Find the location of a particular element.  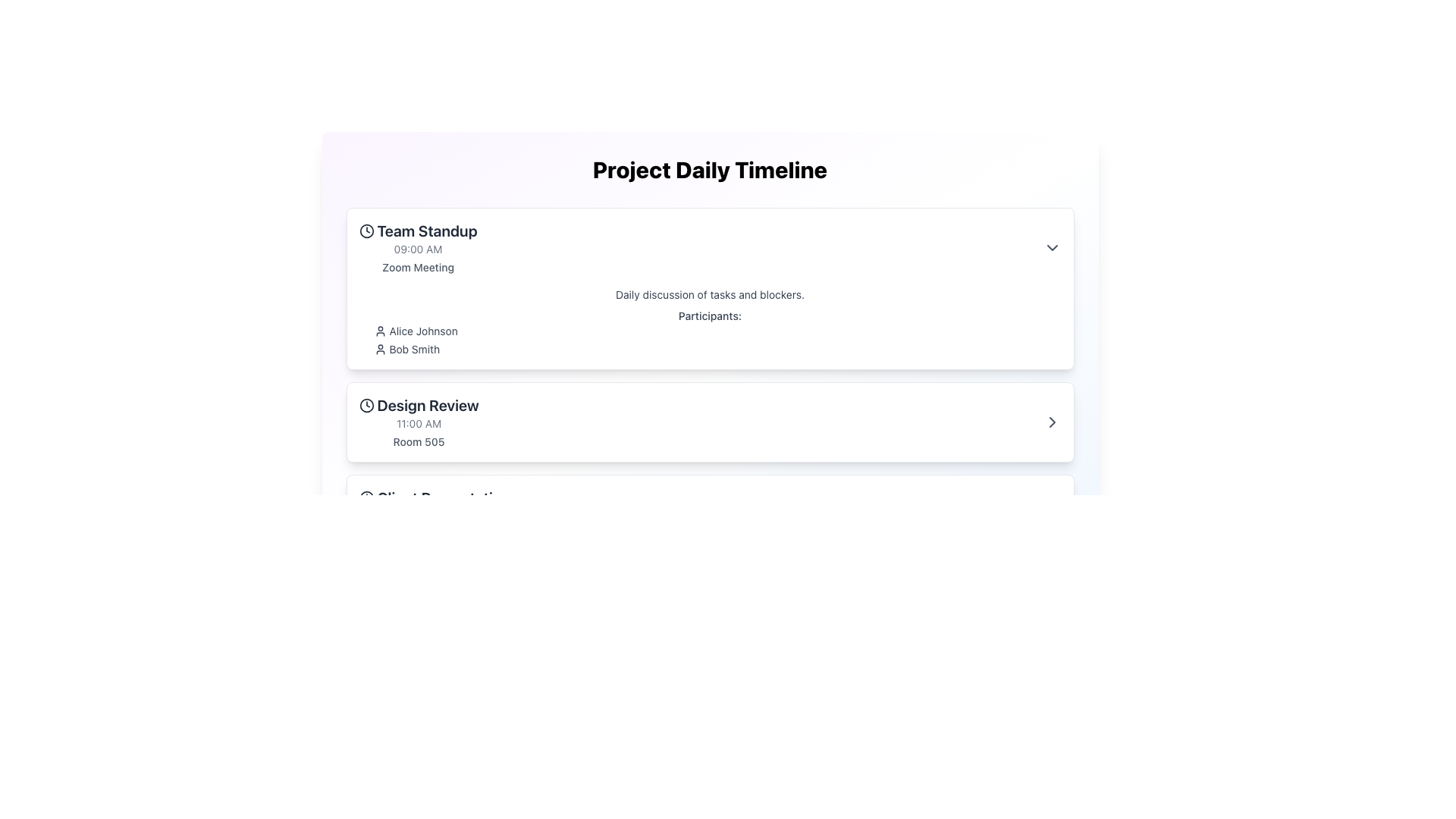

the chevron button located at the bottom right corner of the 'Design Review' event entry is located at coordinates (1051, 422).